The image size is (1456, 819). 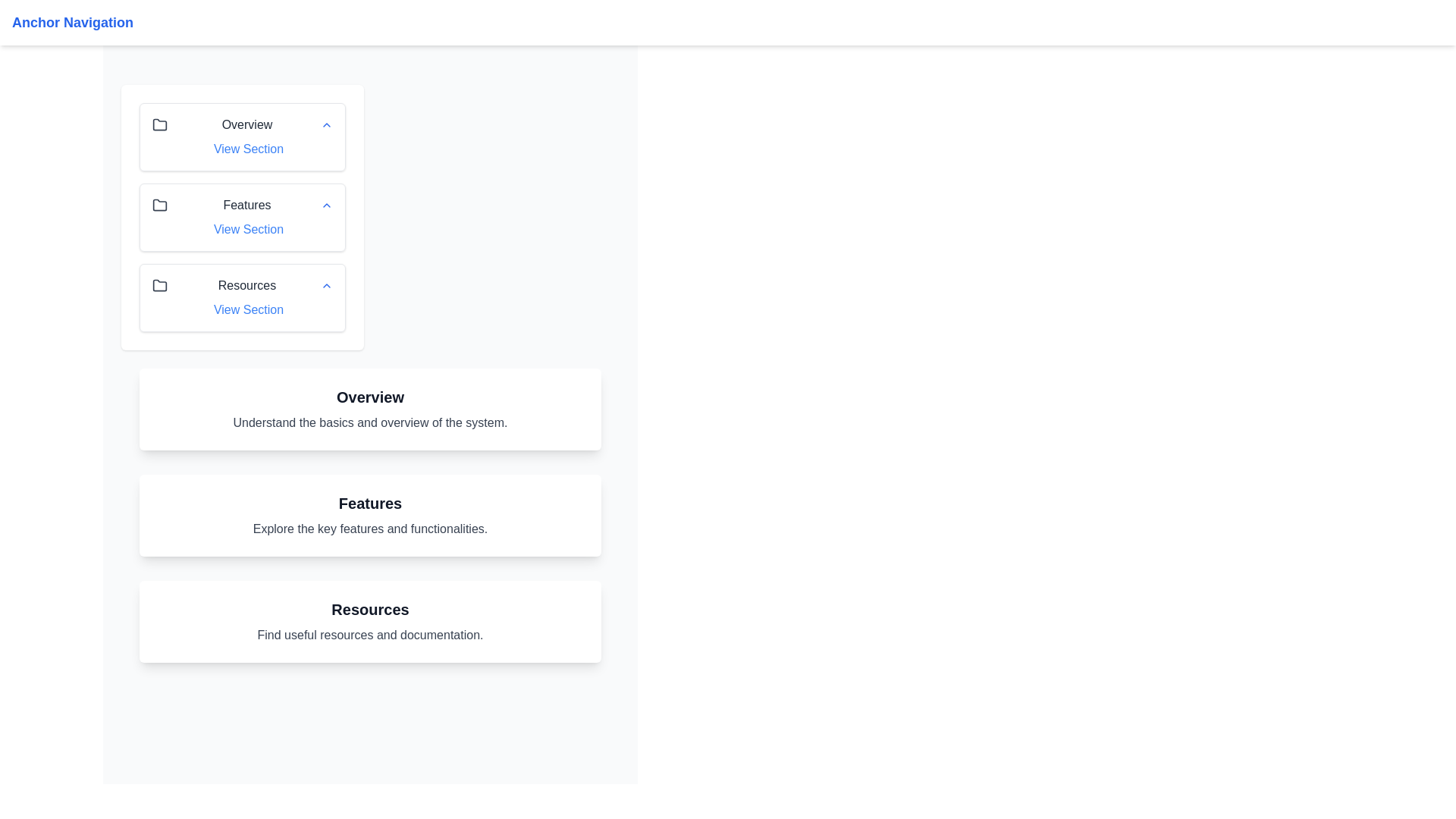 What do you see at coordinates (248, 309) in the screenshot?
I see `the hyperlink labeled 'View Section' located in the 'Resources' section of the left-hand navigation menu` at bounding box center [248, 309].